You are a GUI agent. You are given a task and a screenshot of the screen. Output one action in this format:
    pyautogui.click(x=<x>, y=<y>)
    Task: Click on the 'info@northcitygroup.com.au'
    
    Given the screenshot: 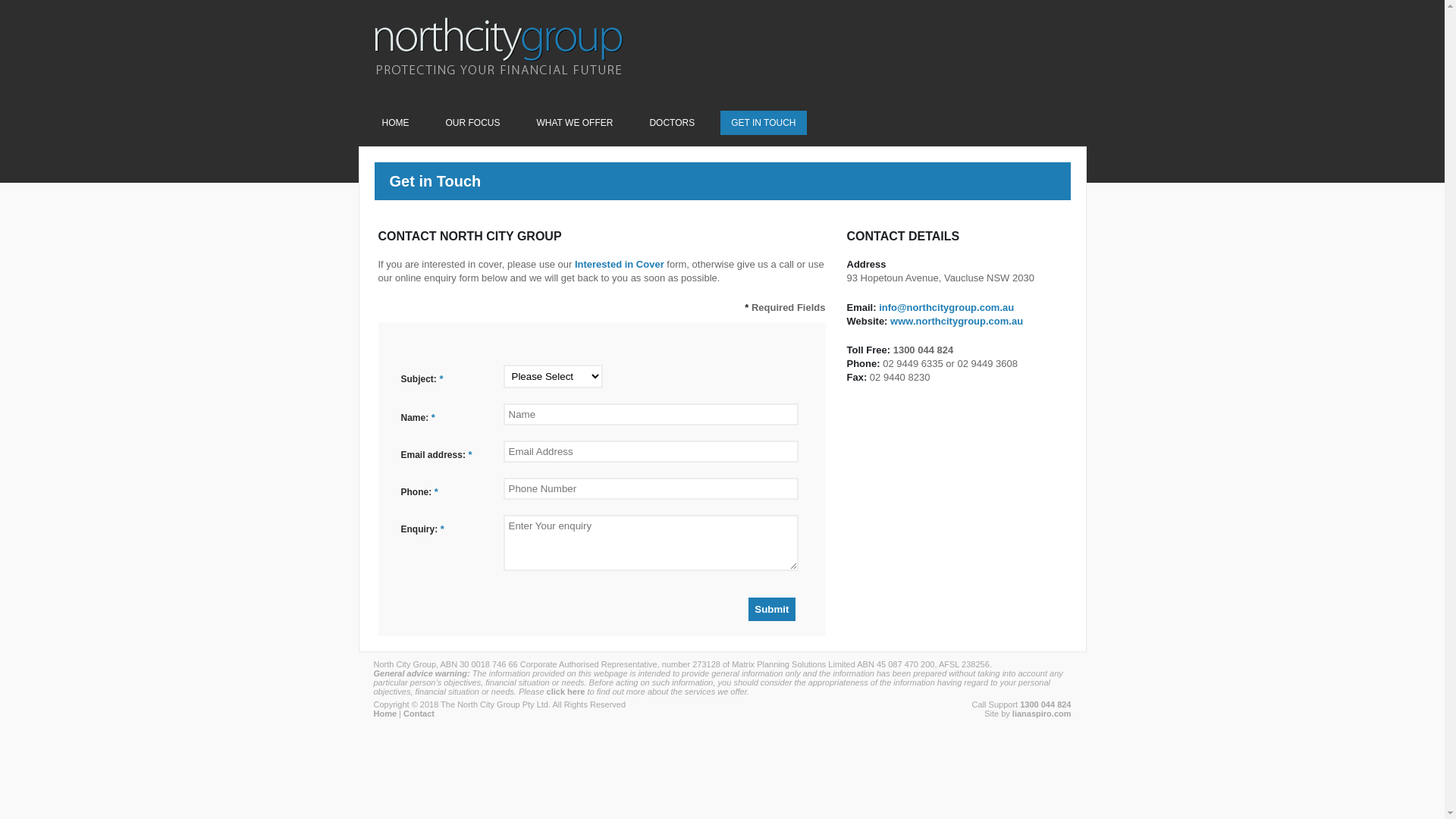 What is the action you would take?
    pyautogui.click(x=946, y=307)
    